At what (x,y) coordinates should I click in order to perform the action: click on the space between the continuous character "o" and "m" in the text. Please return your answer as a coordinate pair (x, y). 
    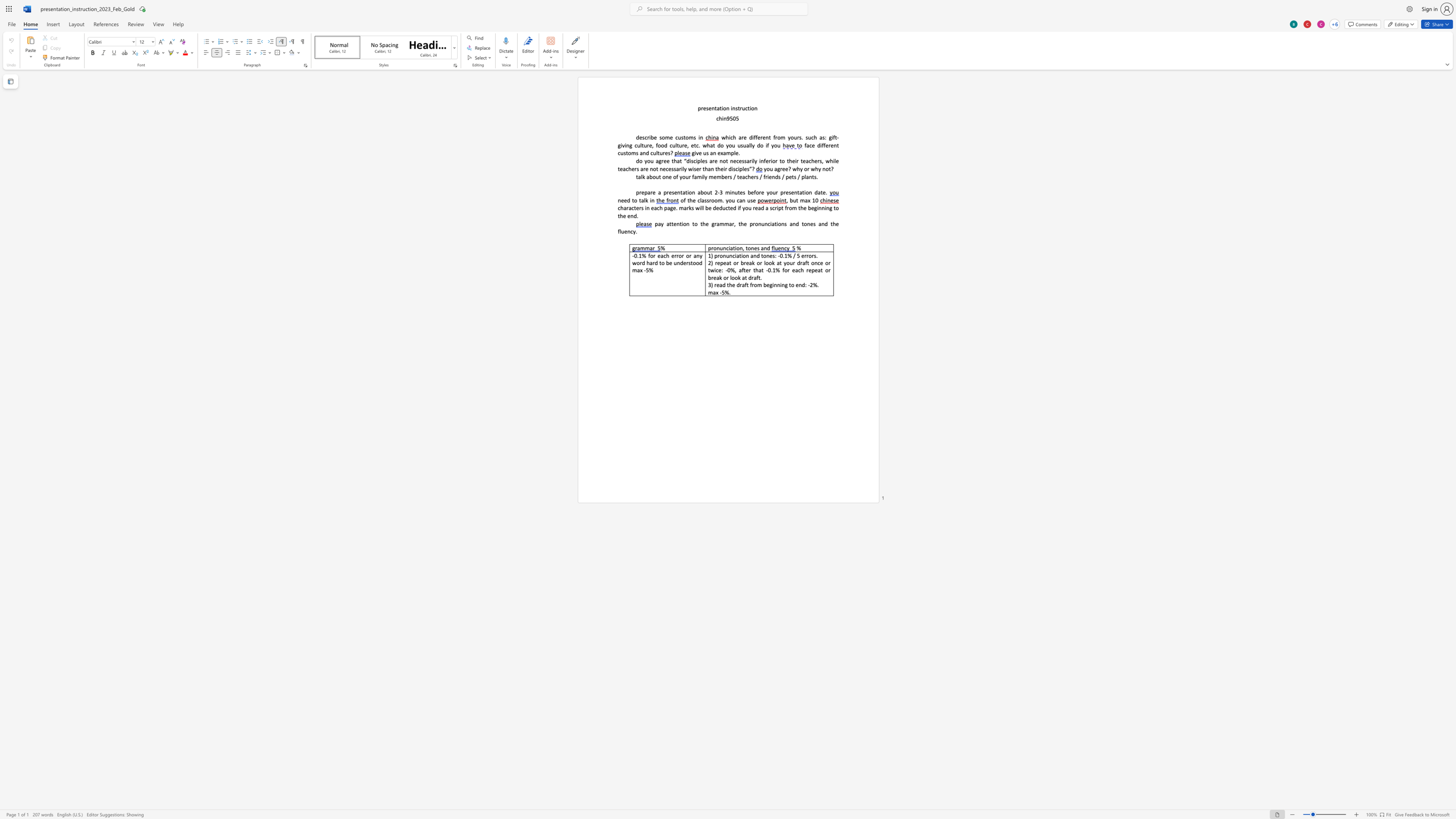
    Looking at the image, I should click on (631, 153).